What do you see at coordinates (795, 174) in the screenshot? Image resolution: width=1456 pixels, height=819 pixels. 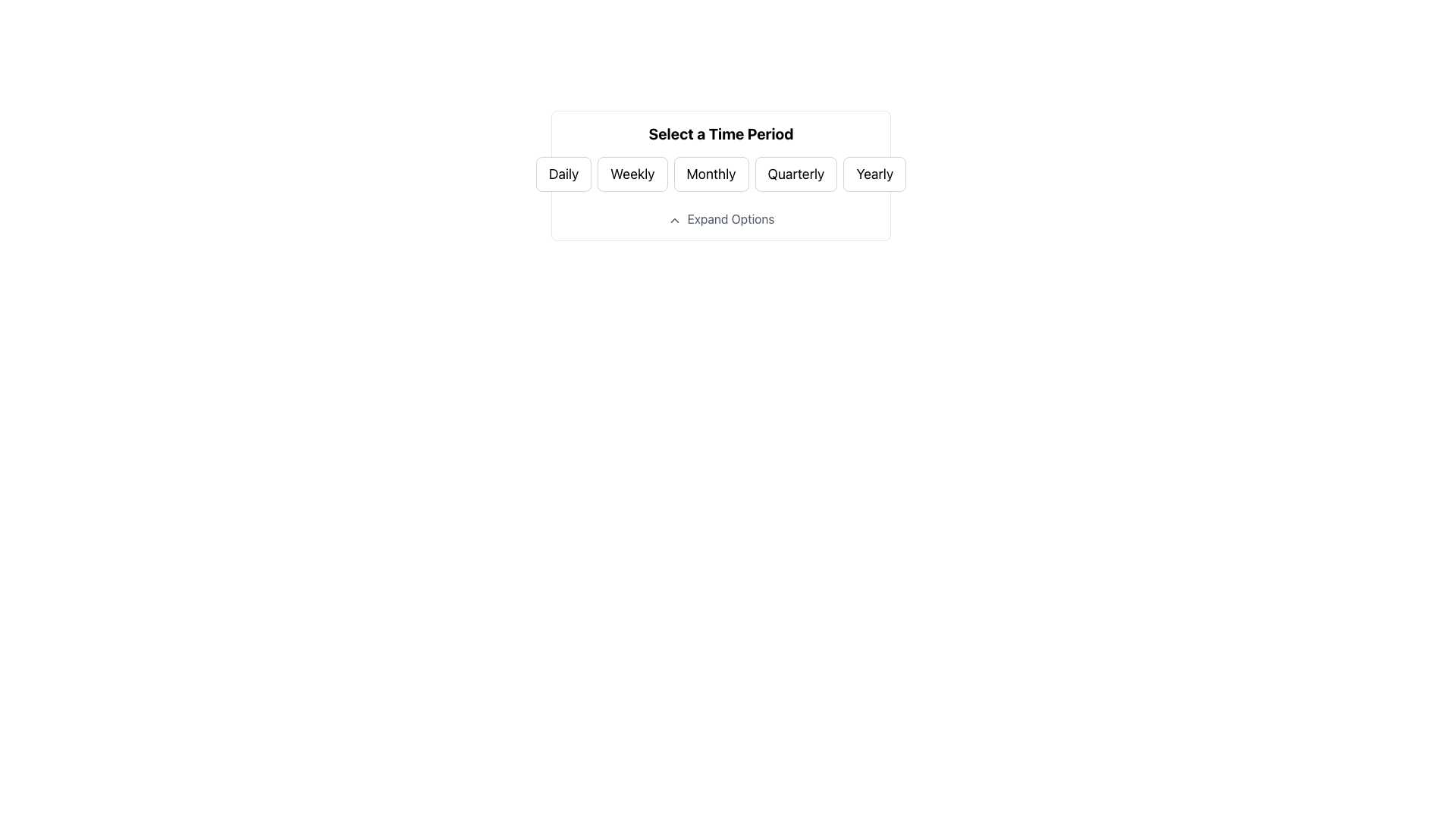 I see `the 'Quarterly' button located in the horizontal set of buttons under the 'Select a Time Period' heading` at bounding box center [795, 174].